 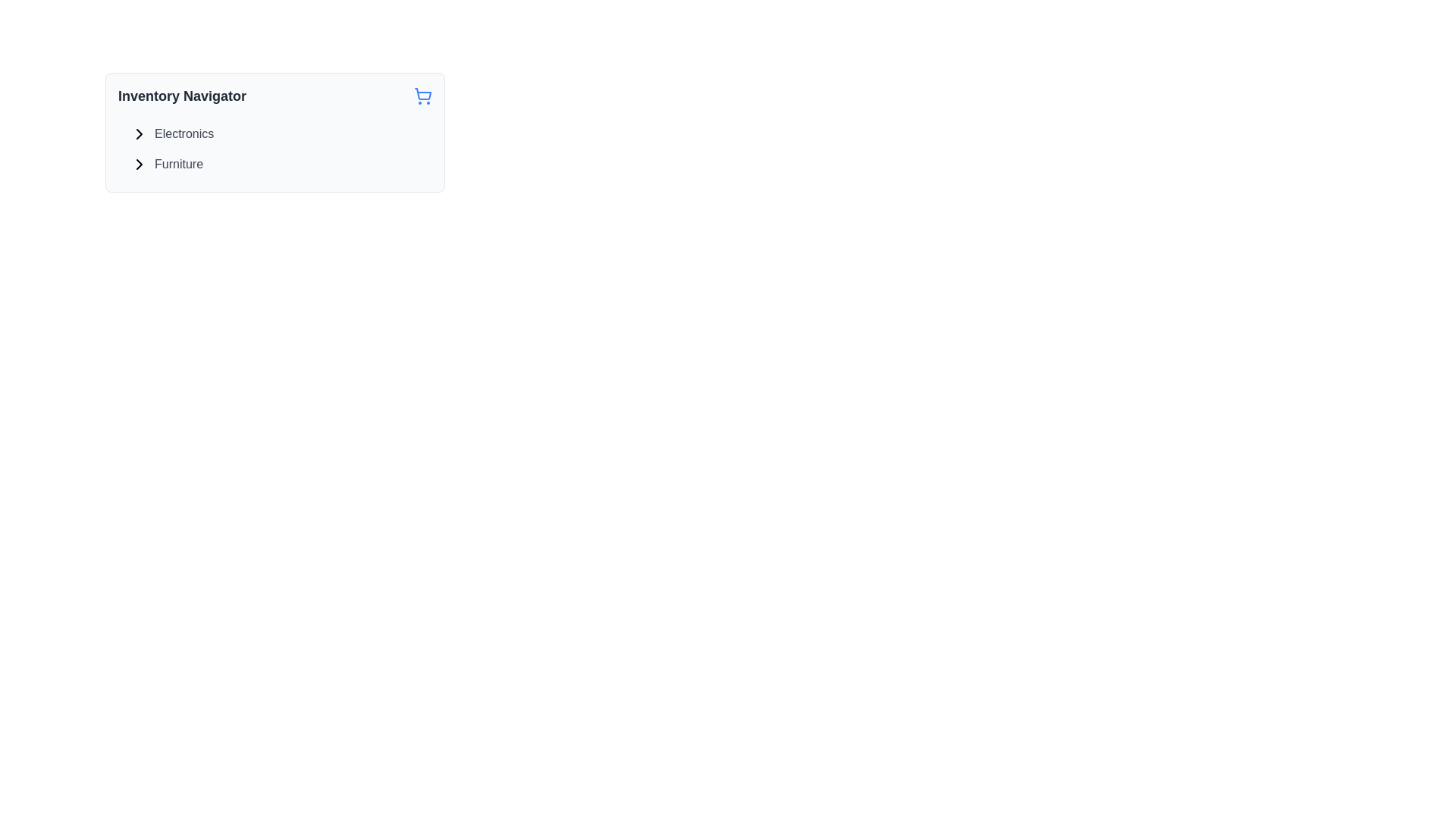 What do you see at coordinates (172, 133) in the screenshot?
I see `the 'Electronics' expandable navigation list item for keyboard navigation` at bounding box center [172, 133].